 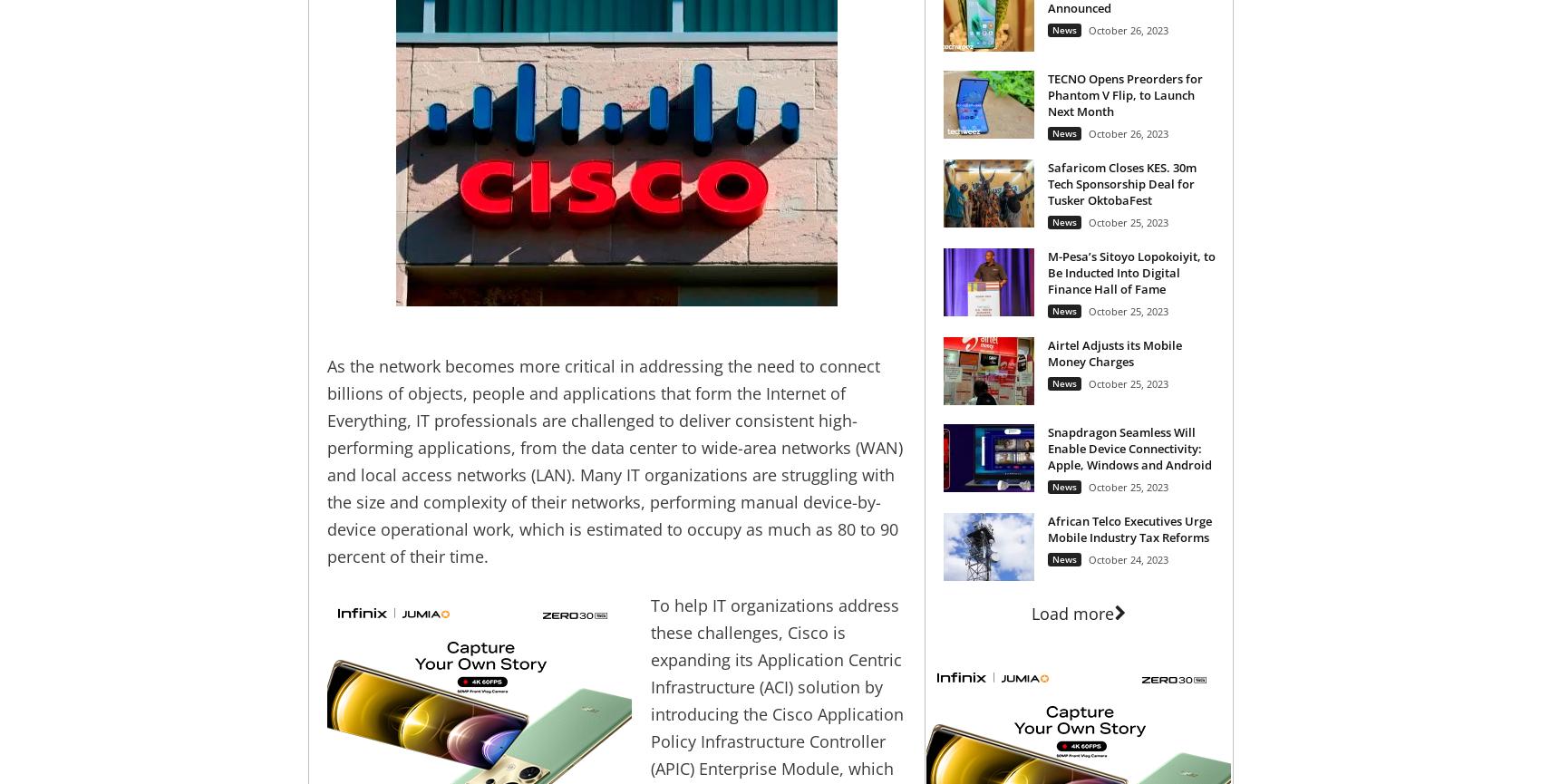 I want to click on 'Airtel Adjusts its Mobile Money Charges', so click(x=1046, y=352).